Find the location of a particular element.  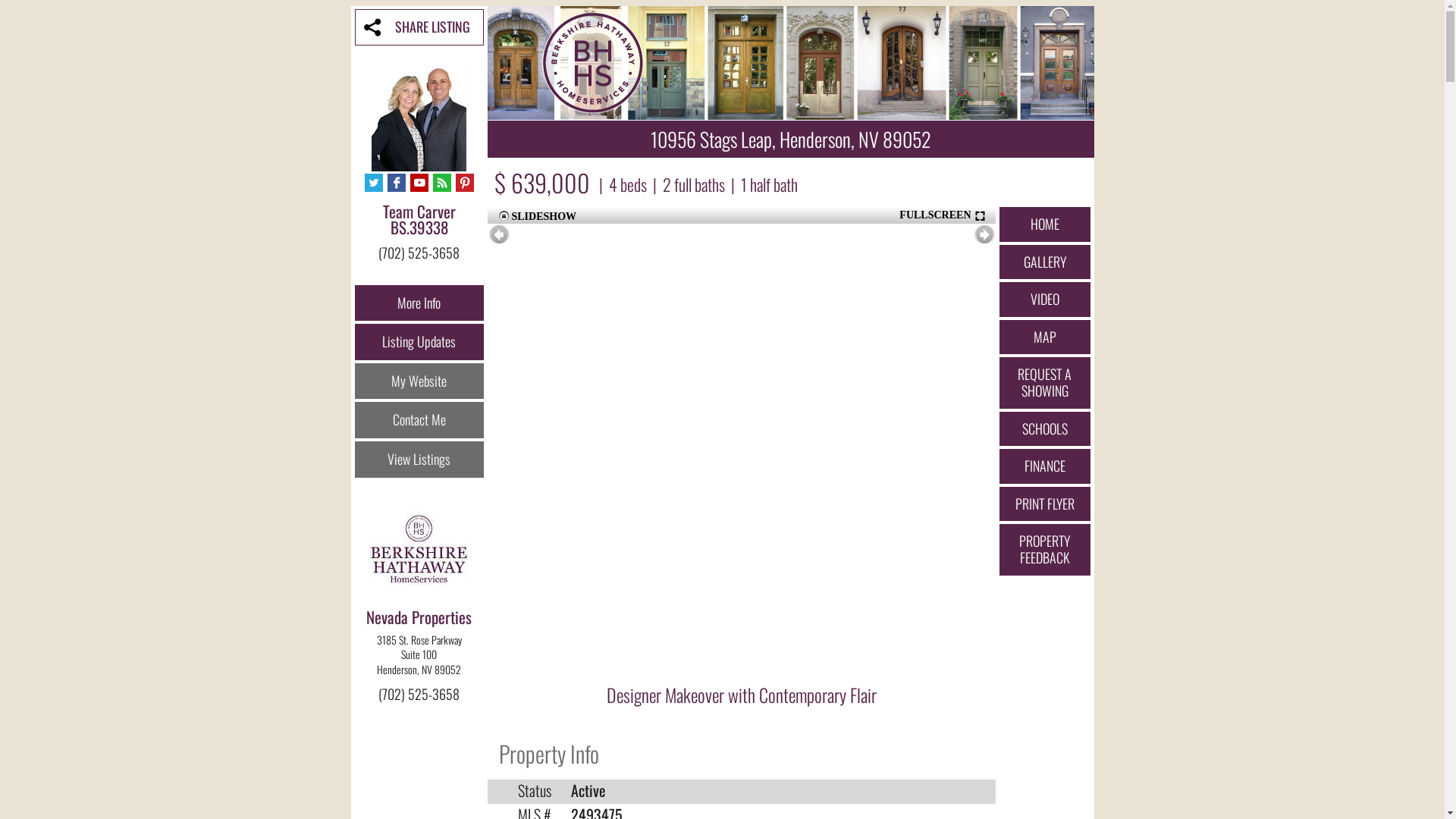

'REQUEST A SHOWING' is located at coordinates (1043, 381).